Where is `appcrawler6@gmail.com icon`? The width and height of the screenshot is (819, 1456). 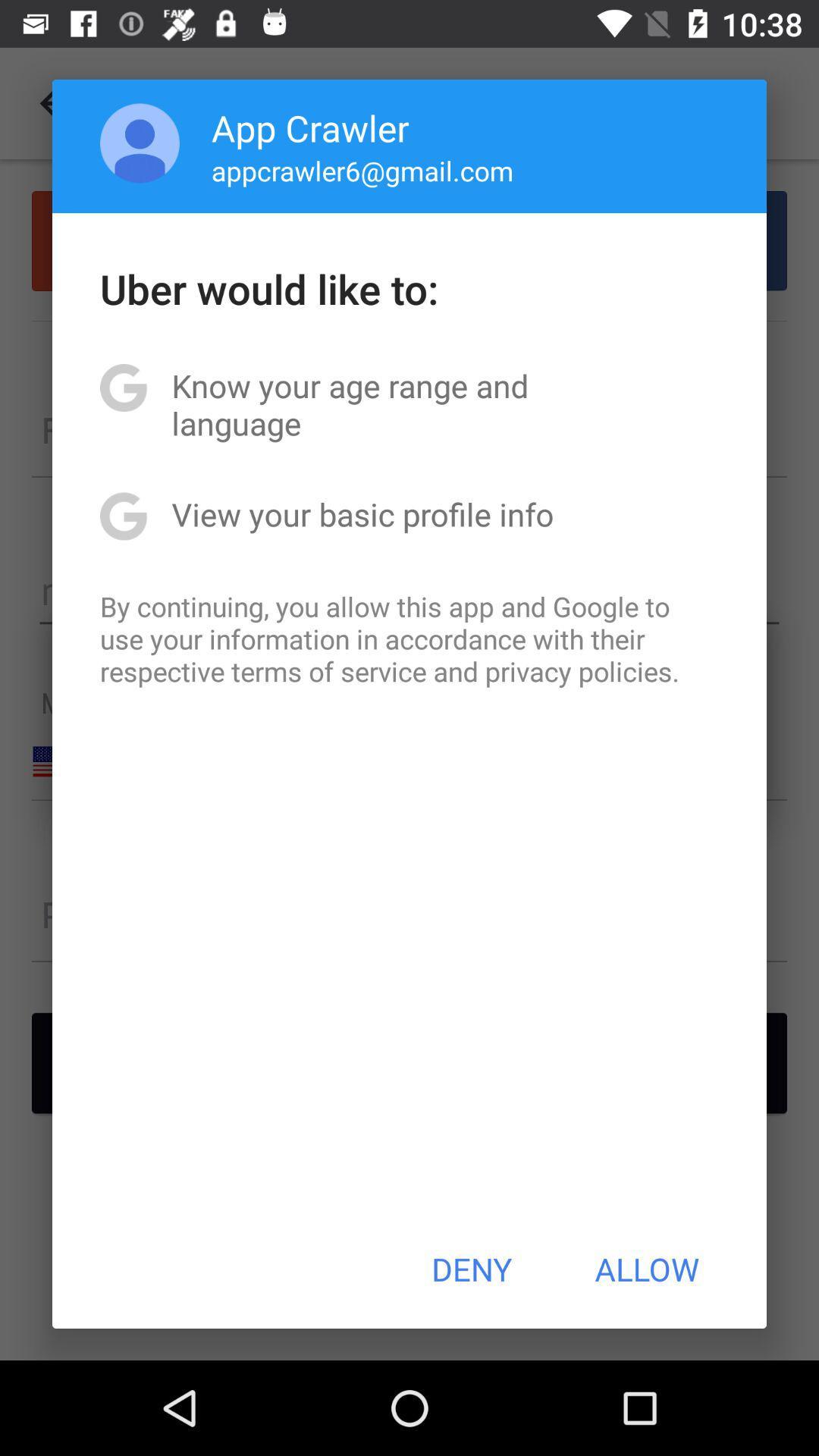 appcrawler6@gmail.com icon is located at coordinates (362, 171).